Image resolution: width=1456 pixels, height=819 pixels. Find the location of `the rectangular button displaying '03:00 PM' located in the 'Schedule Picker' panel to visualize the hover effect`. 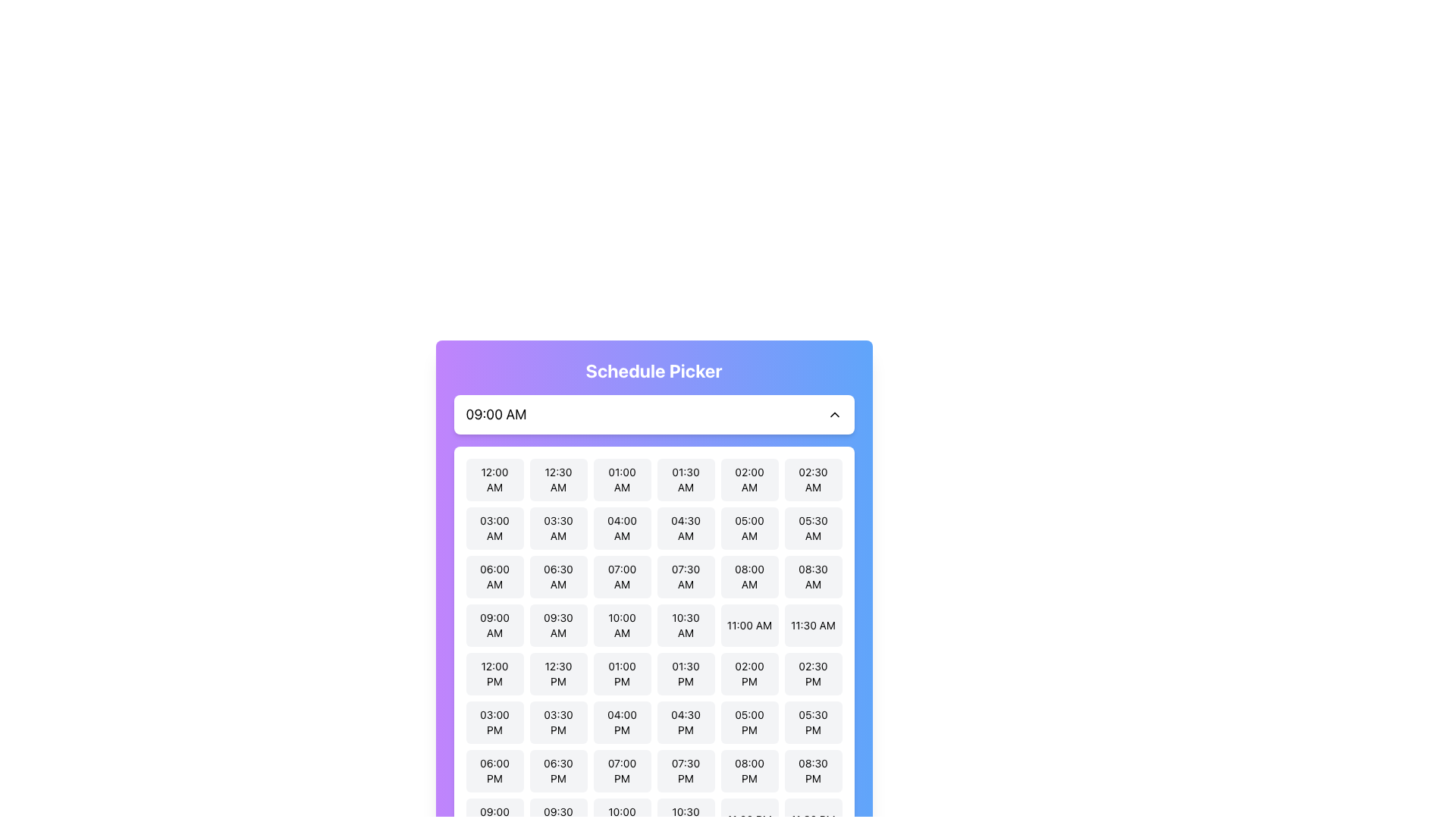

the rectangular button displaying '03:00 PM' located in the 'Schedule Picker' panel to visualize the hover effect is located at coordinates (494, 721).